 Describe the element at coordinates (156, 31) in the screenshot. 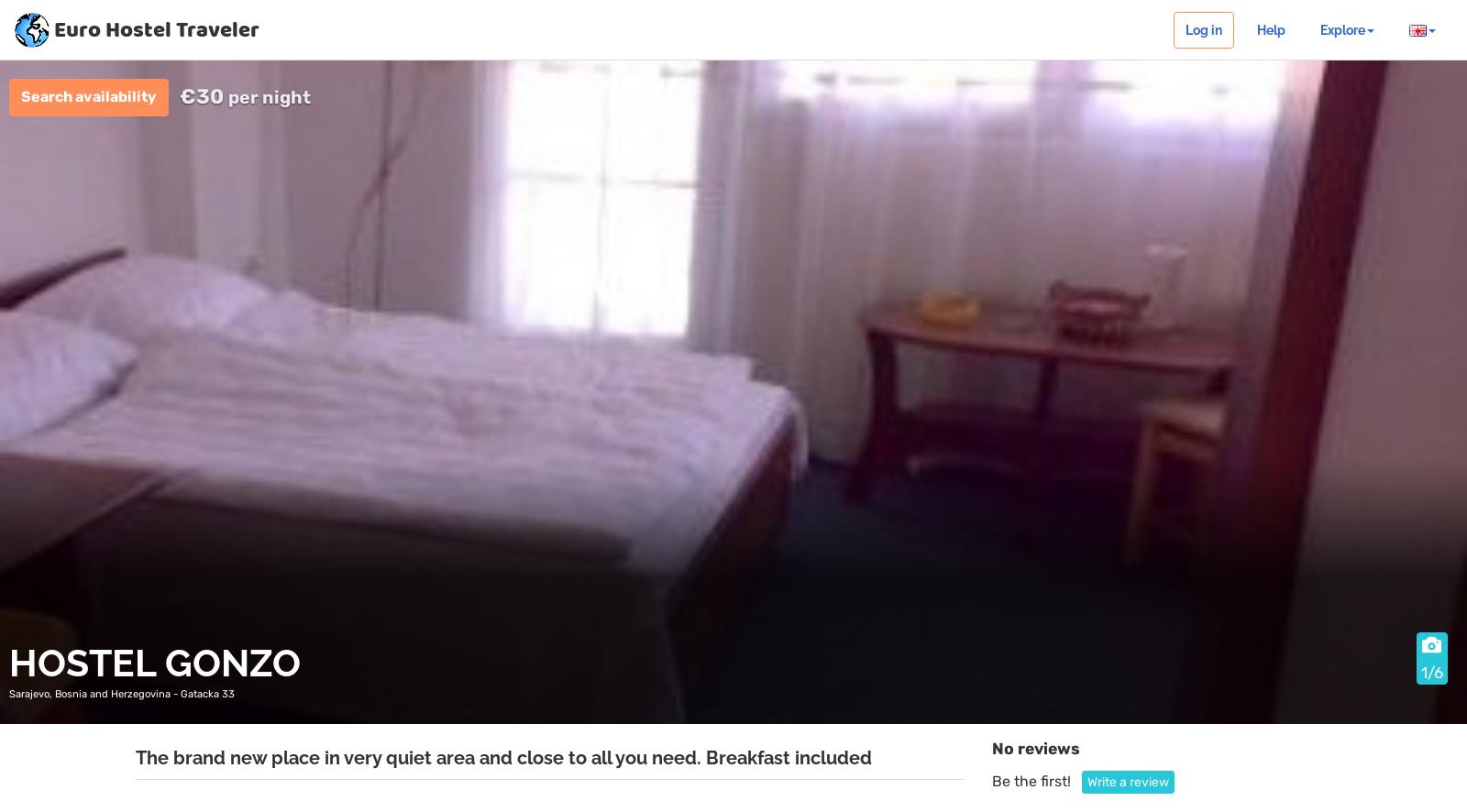

I see `'Euro Hostel Traveler'` at that location.